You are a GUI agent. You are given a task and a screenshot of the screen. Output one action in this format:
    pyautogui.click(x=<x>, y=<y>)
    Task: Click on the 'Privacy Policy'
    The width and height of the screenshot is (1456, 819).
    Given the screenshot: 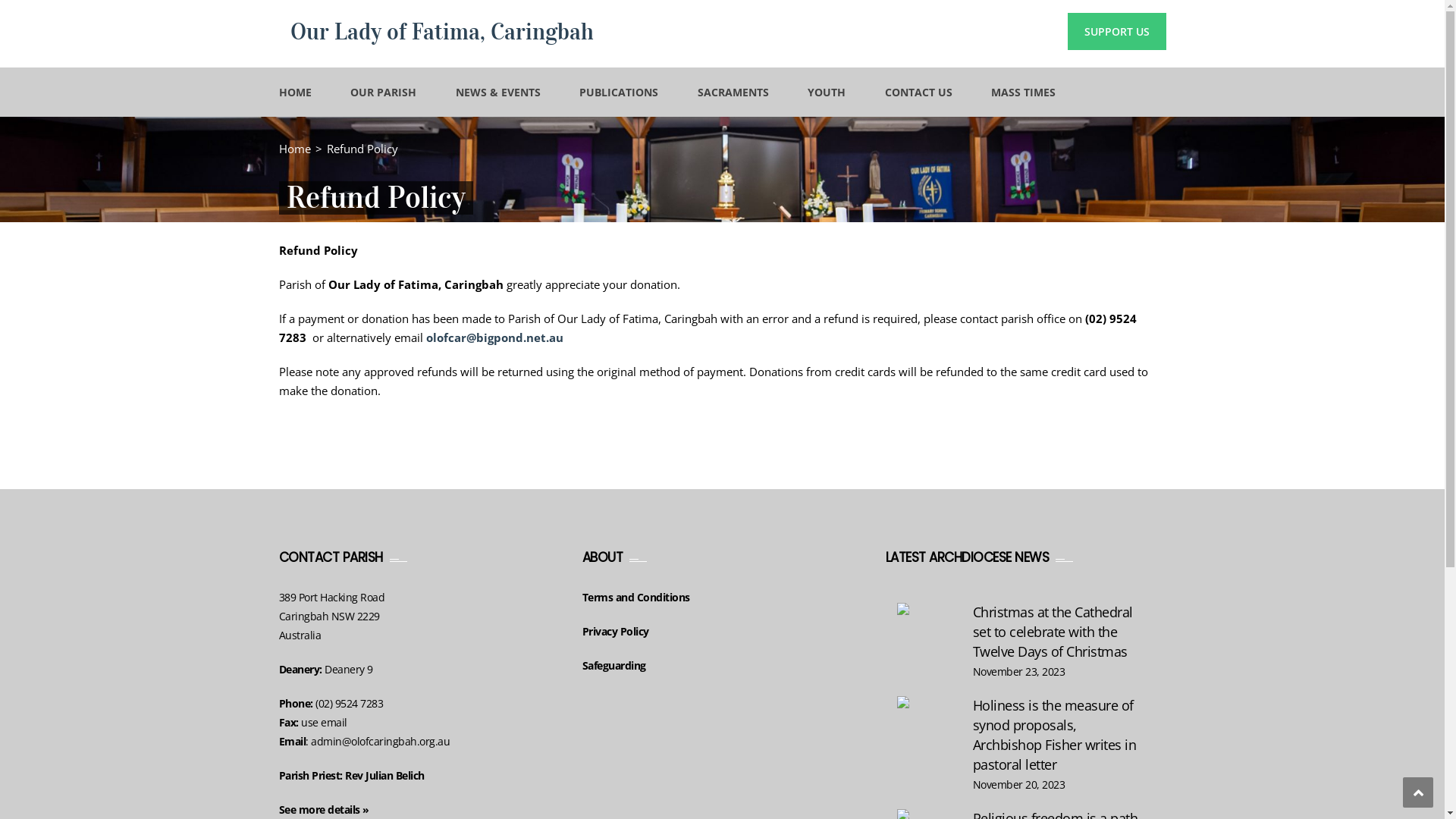 What is the action you would take?
    pyautogui.click(x=582, y=631)
    